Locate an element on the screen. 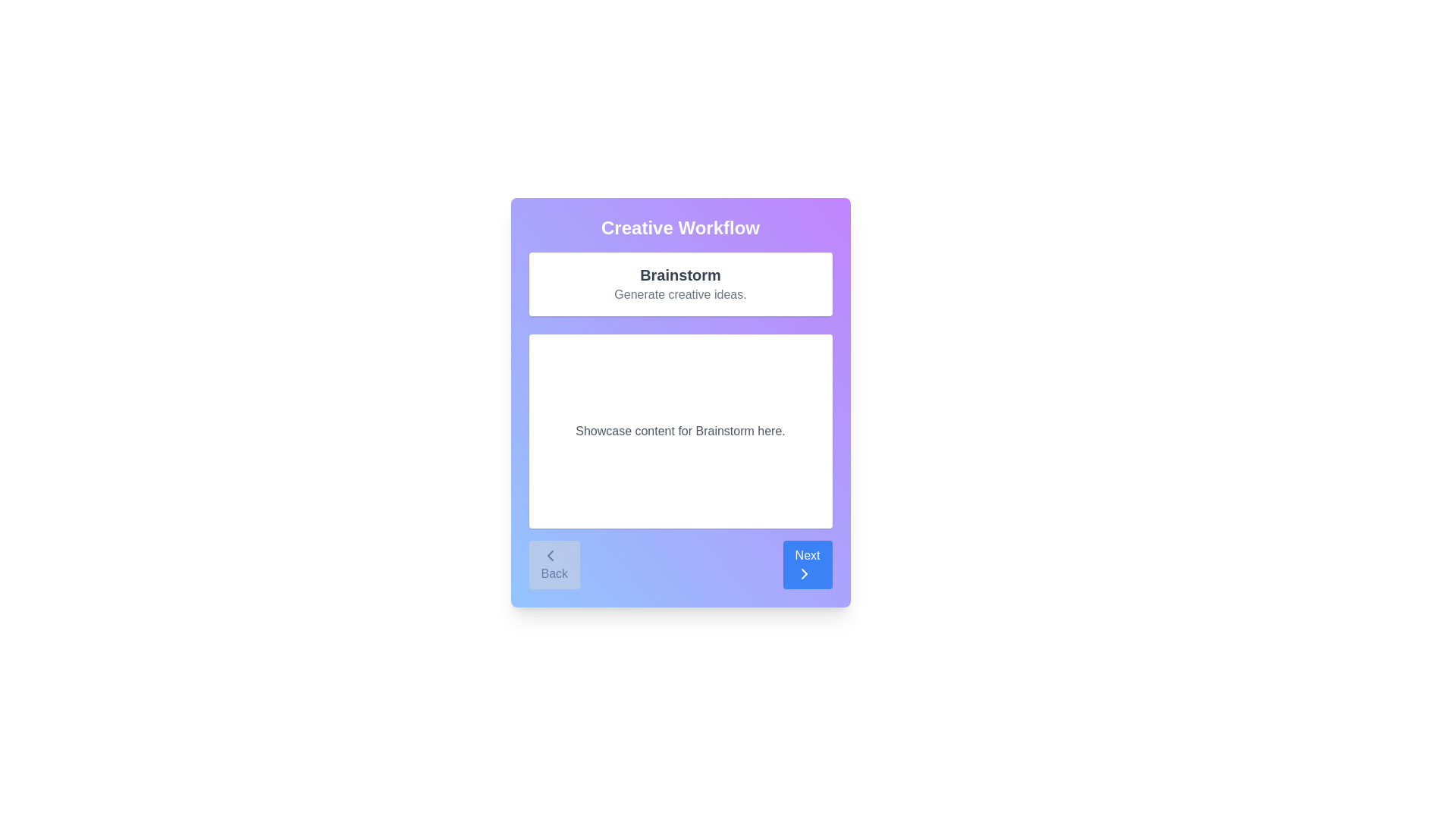  the 'Next' button to navigate to the next step is located at coordinates (807, 564).